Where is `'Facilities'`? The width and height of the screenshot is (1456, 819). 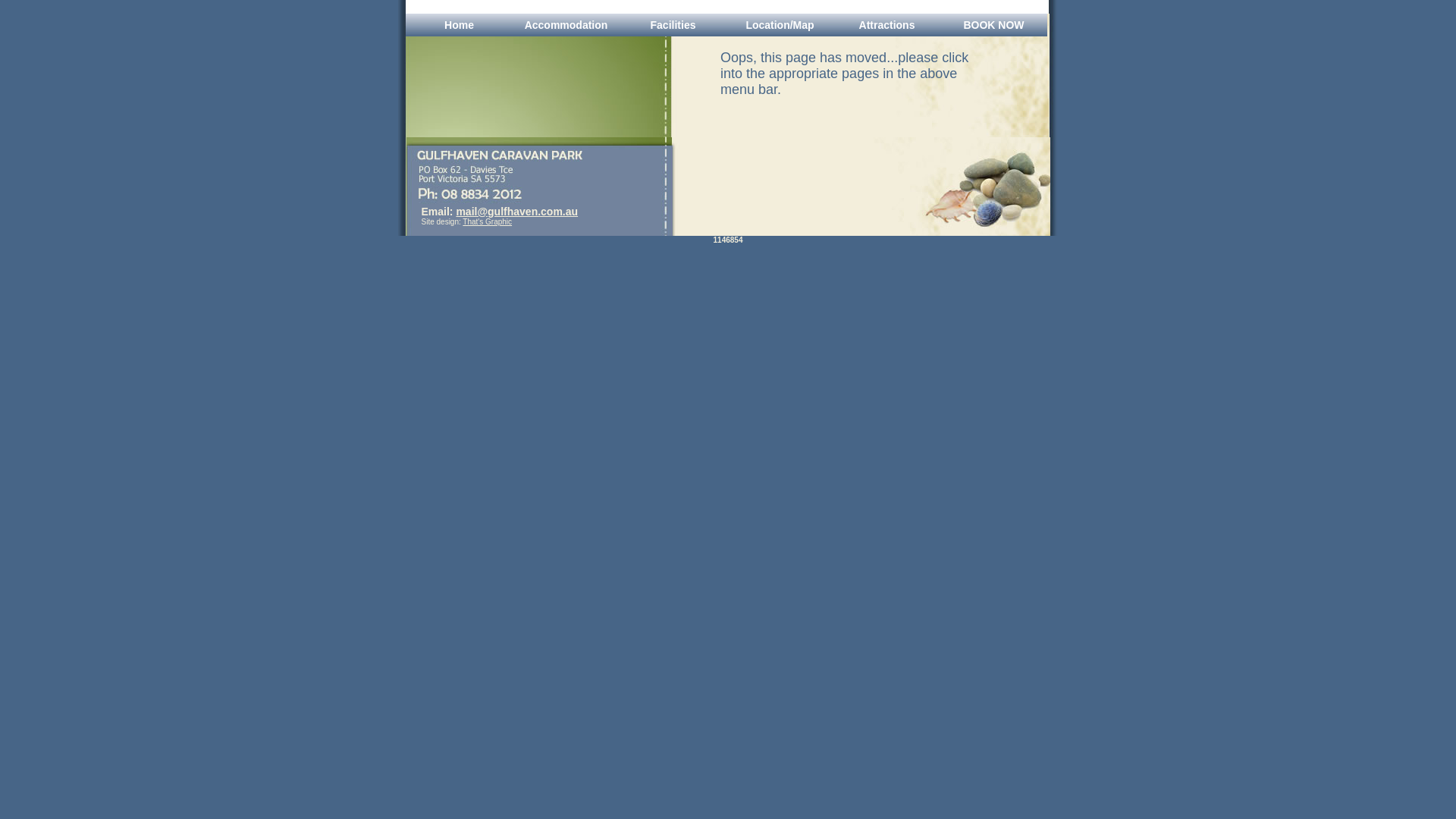 'Facilities' is located at coordinates (672, 25).